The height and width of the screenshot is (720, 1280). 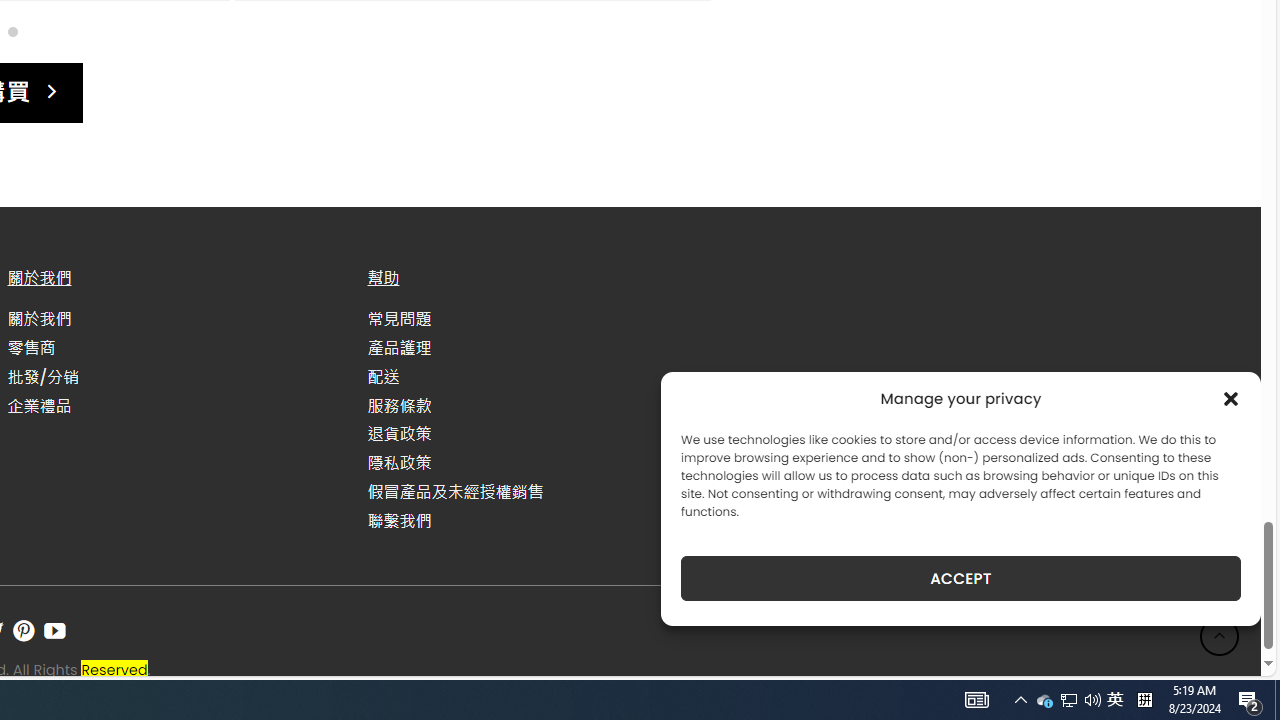 I want to click on 'Page dot 3', so click(x=12, y=31).